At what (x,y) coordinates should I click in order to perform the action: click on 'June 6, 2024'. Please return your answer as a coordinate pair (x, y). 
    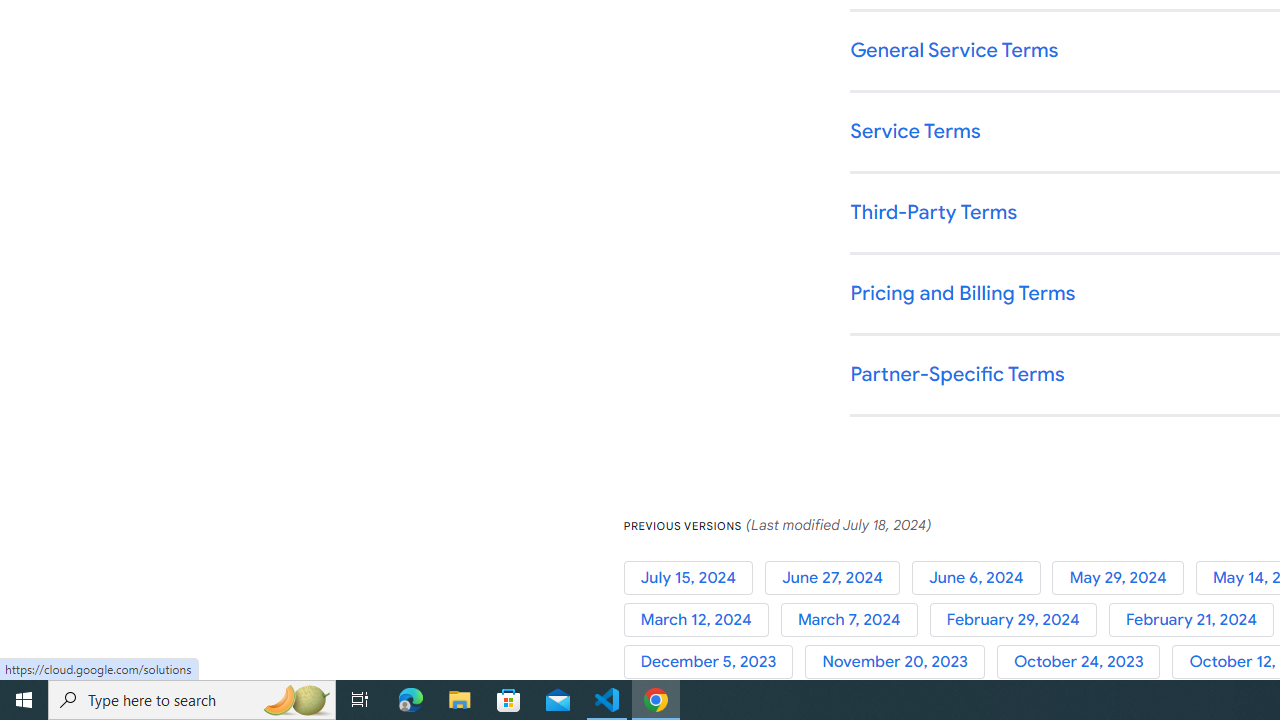
    Looking at the image, I should click on (982, 577).